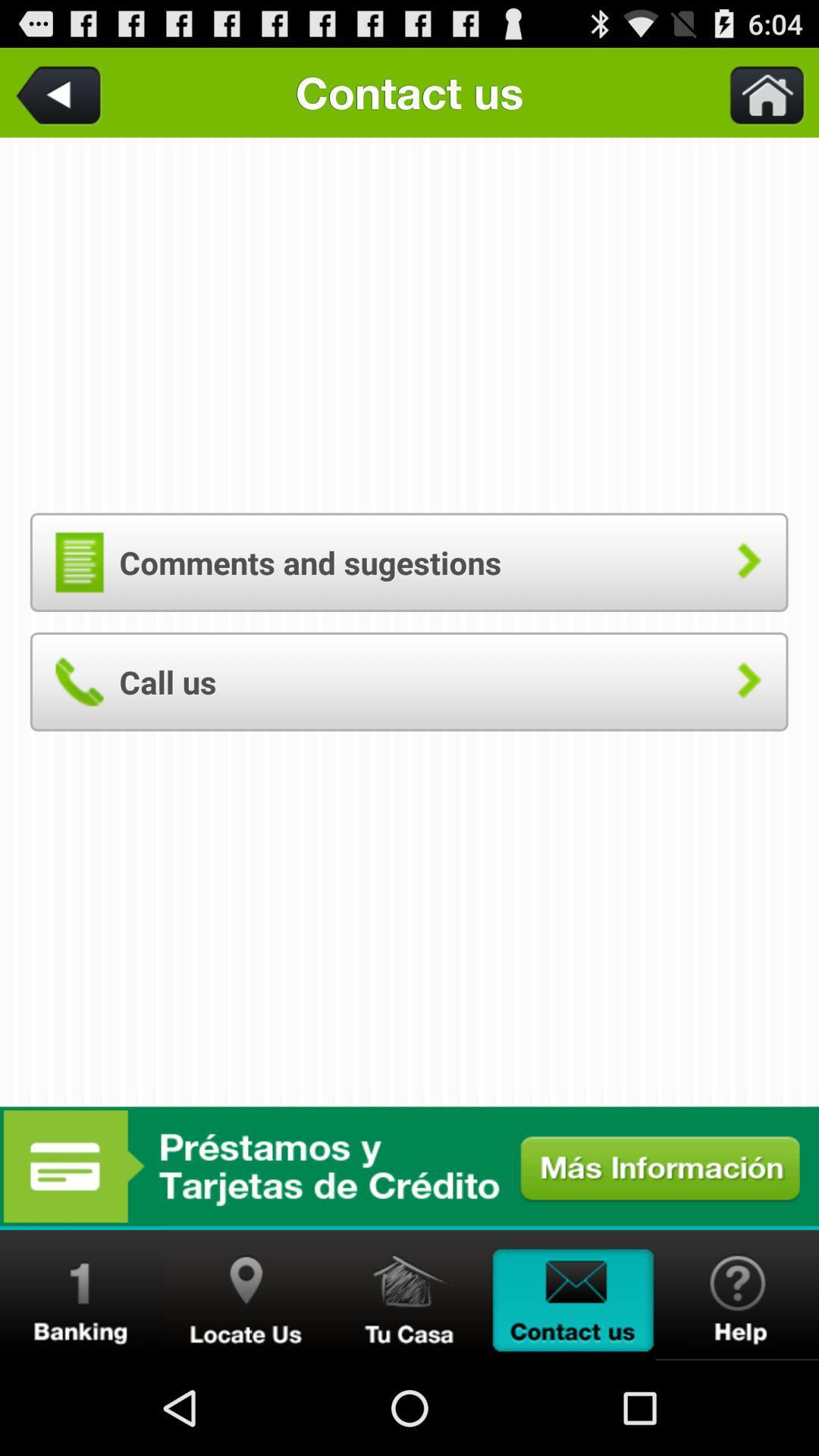  Describe the element at coordinates (82, 1294) in the screenshot. I see `banking information option` at that location.